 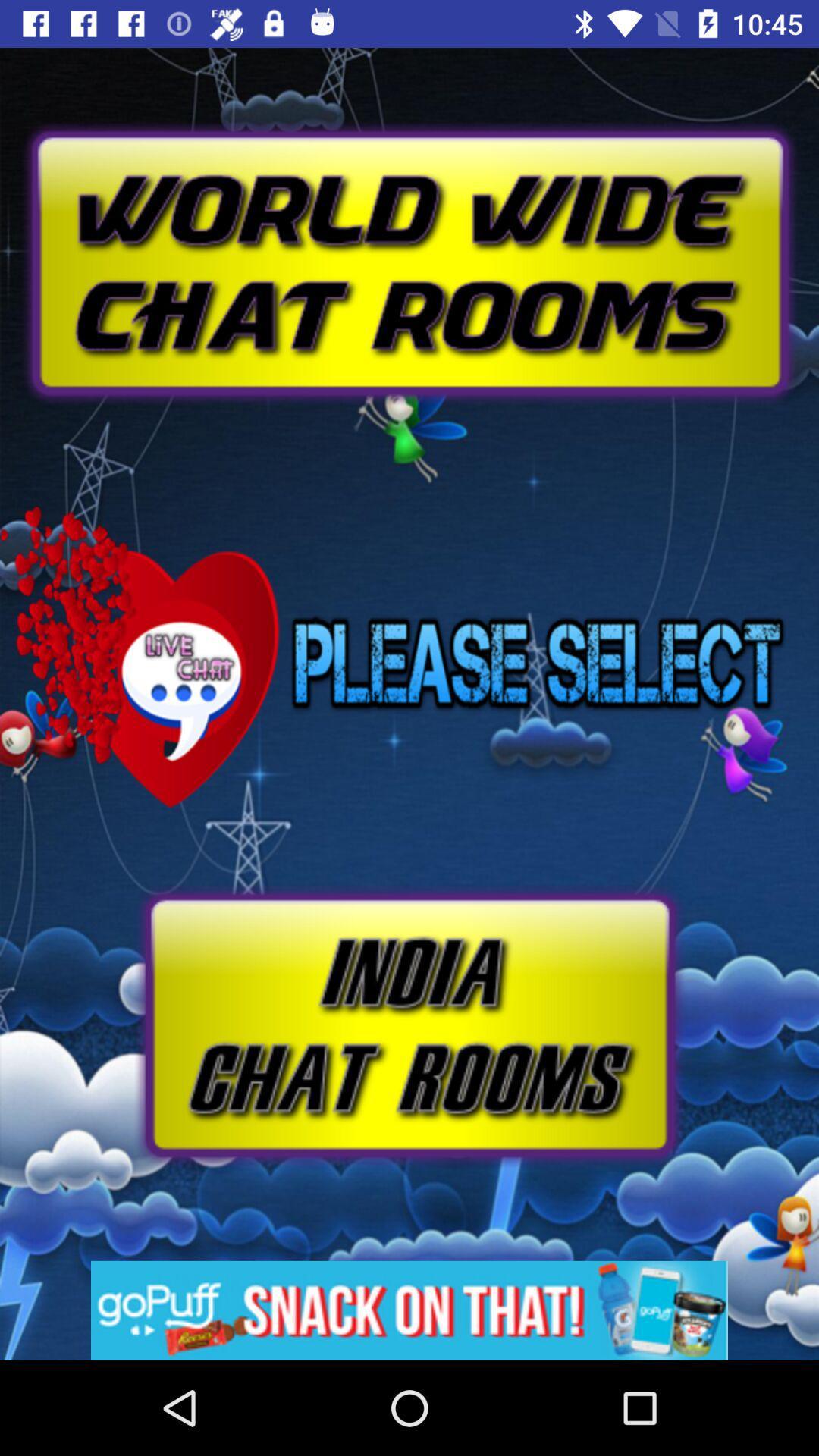 I want to click on start chat option, so click(x=408, y=1025).